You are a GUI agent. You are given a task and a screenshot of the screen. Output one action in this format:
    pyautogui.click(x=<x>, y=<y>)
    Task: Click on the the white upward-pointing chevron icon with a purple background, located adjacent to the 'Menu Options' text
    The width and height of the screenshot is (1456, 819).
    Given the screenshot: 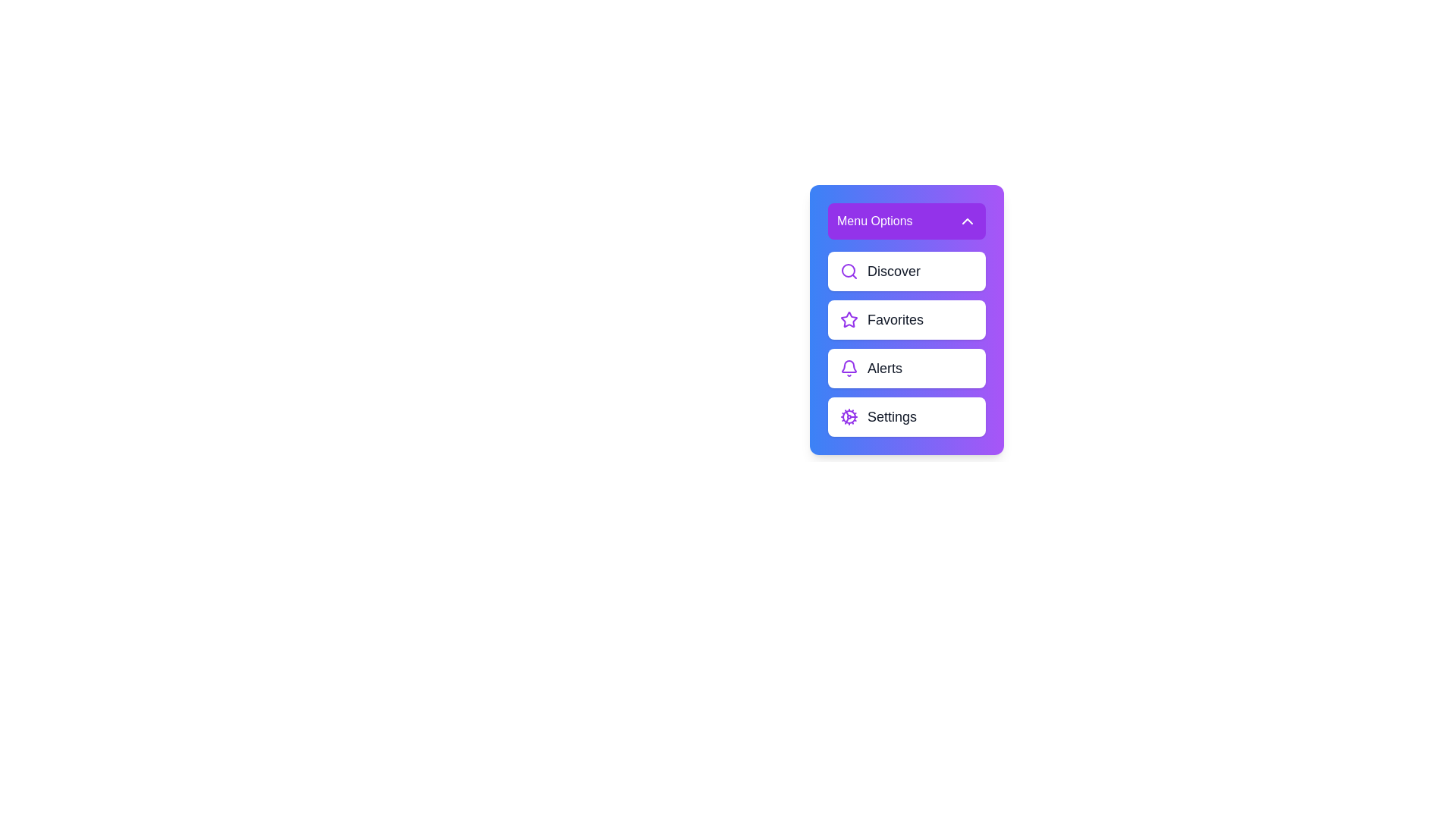 What is the action you would take?
    pyautogui.click(x=967, y=221)
    